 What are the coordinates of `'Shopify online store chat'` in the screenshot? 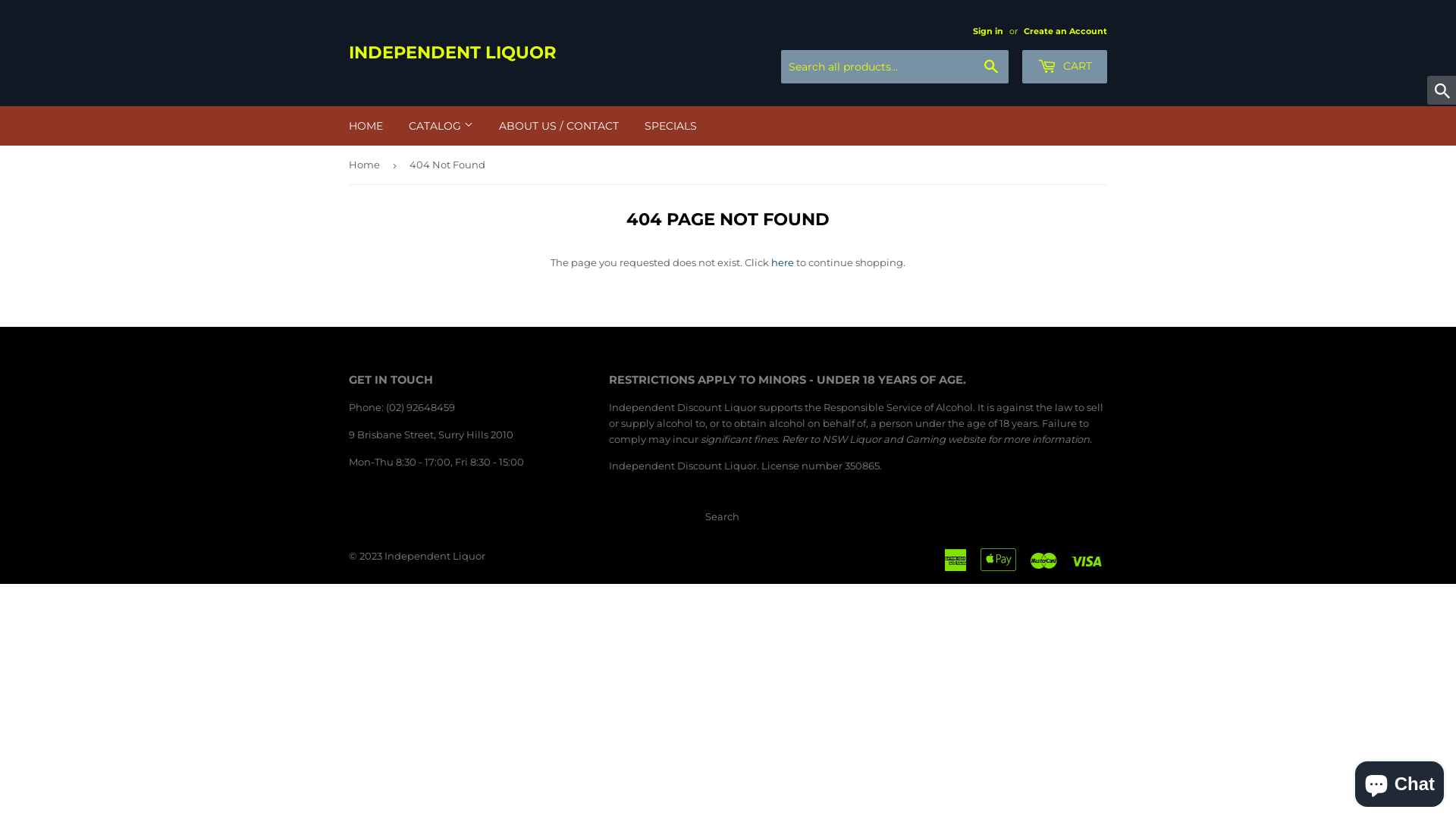 It's located at (1350, 780).